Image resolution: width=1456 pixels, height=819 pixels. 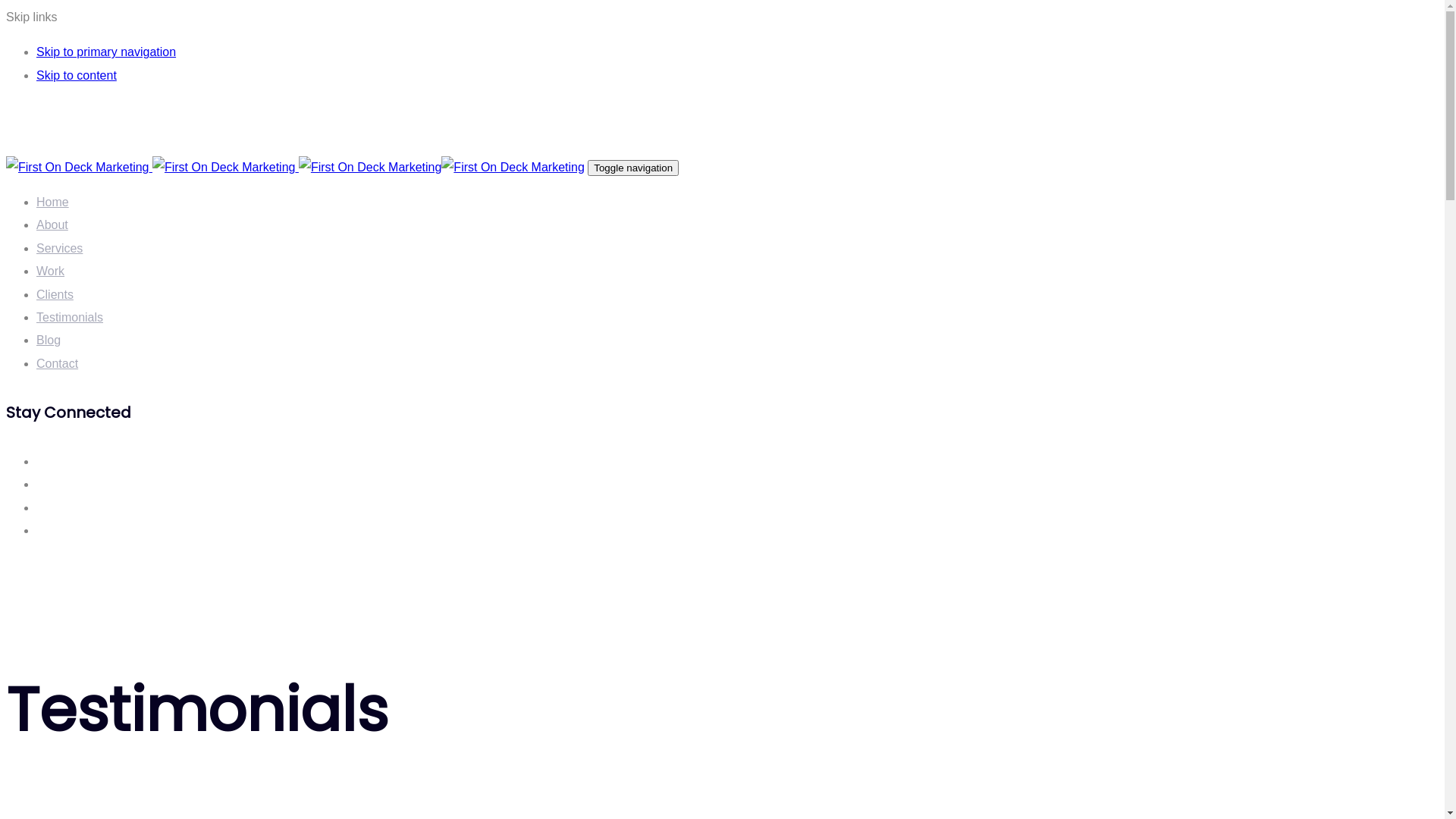 I want to click on 'Skip to primary navigation', so click(x=105, y=51).